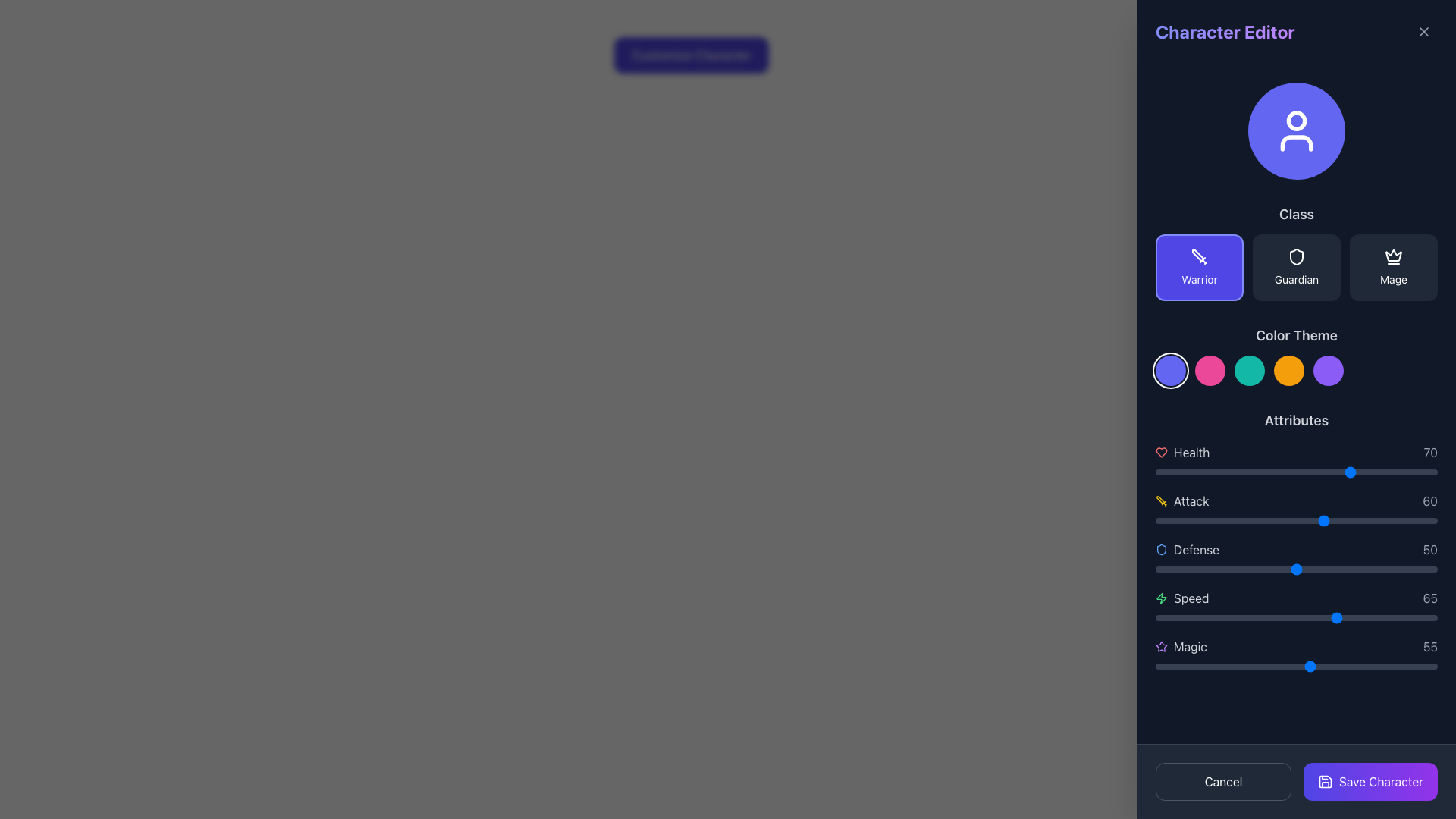 The image size is (1456, 819). Describe the element at coordinates (1295, 214) in the screenshot. I see `the 'Class' label text in the Character Editor sidebar, which is styled in large, bold gray font on a dark background and is positioned above the buttons labeled 'Warrior', 'Guardian', and 'Mage'` at that location.